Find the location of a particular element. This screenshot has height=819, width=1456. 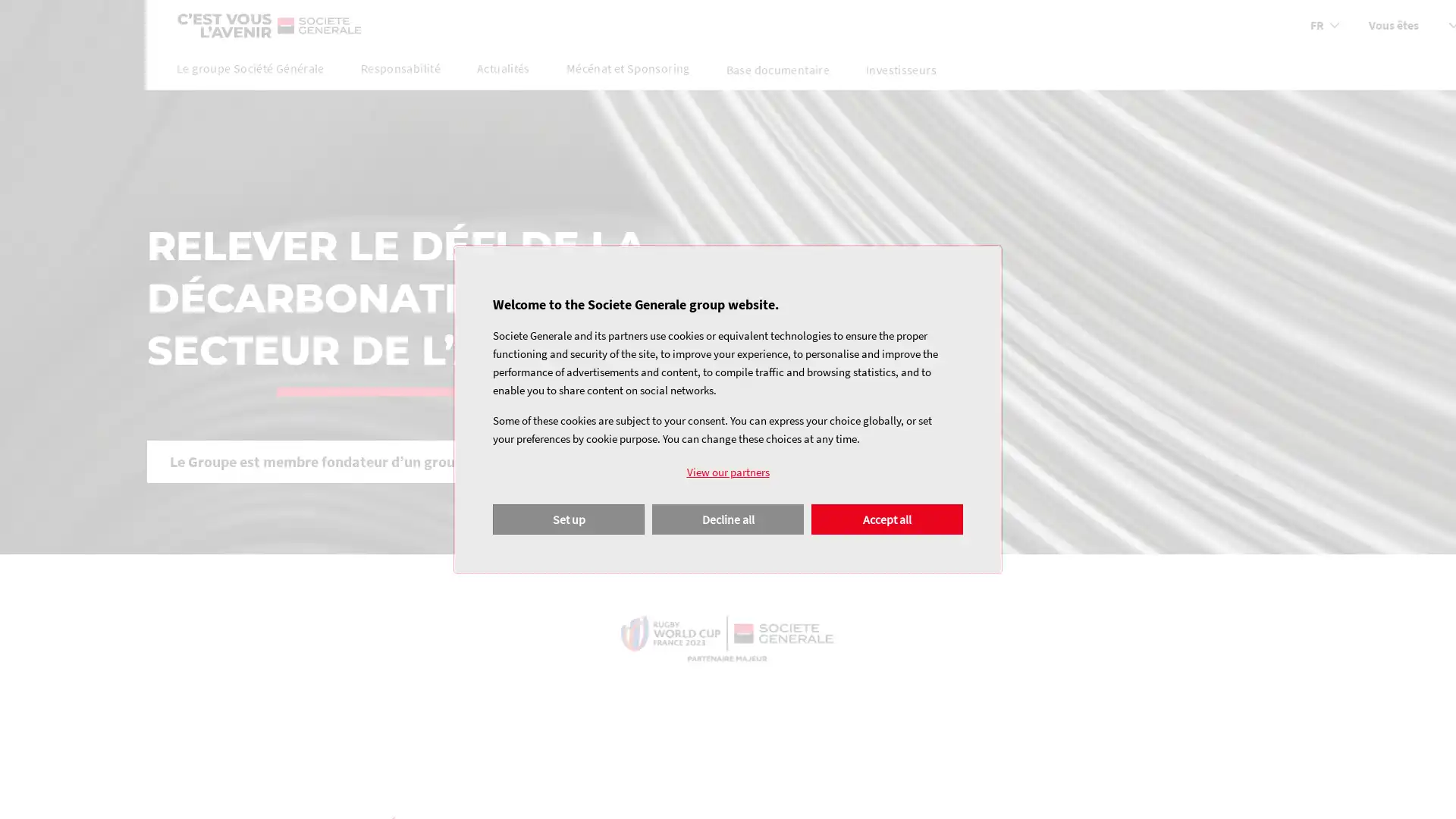

Rechercher is located at coordinates (1247, 85).